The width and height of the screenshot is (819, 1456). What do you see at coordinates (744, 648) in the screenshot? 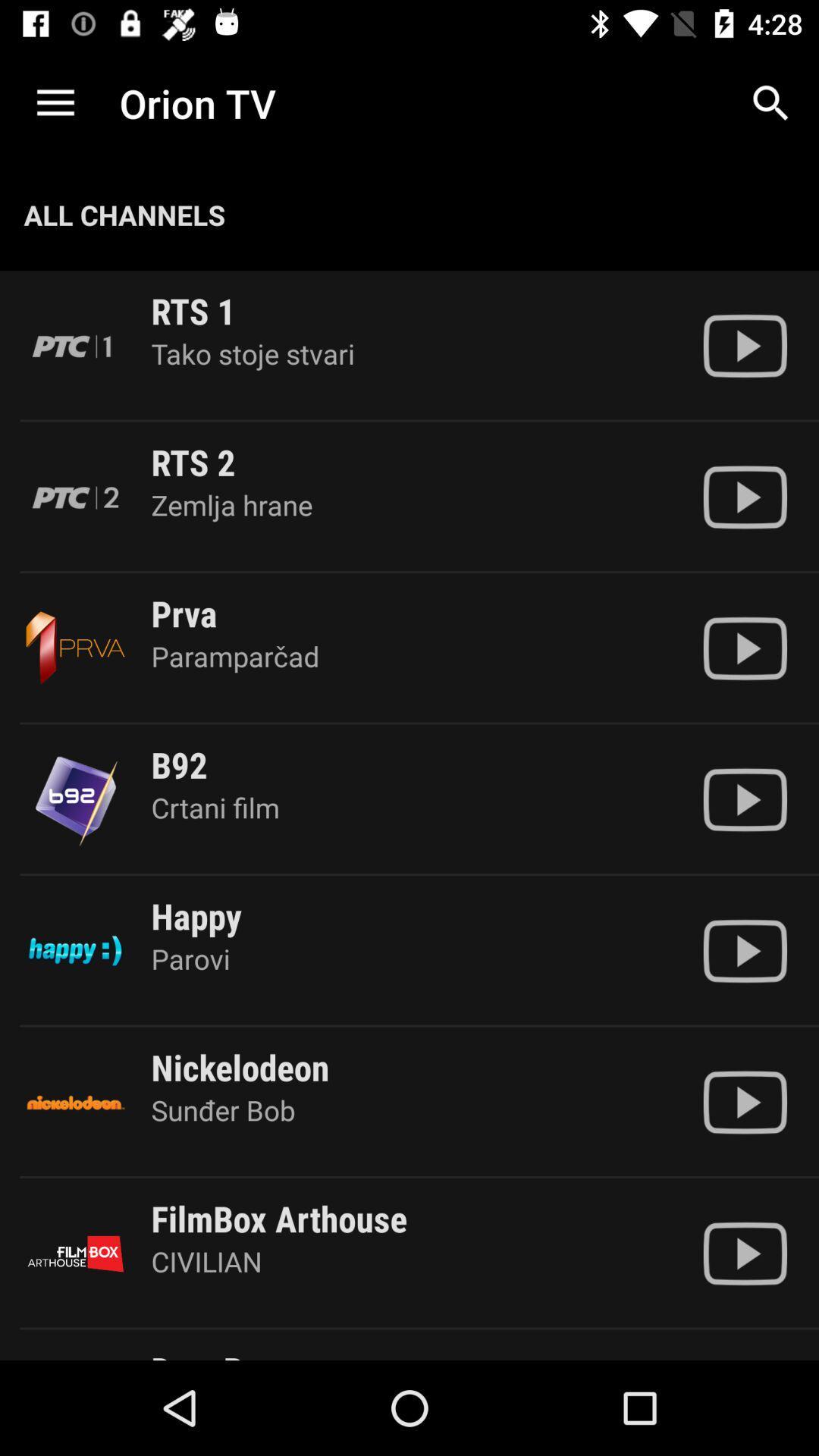
I see `the prva channel` at bounding box center [744, 648].